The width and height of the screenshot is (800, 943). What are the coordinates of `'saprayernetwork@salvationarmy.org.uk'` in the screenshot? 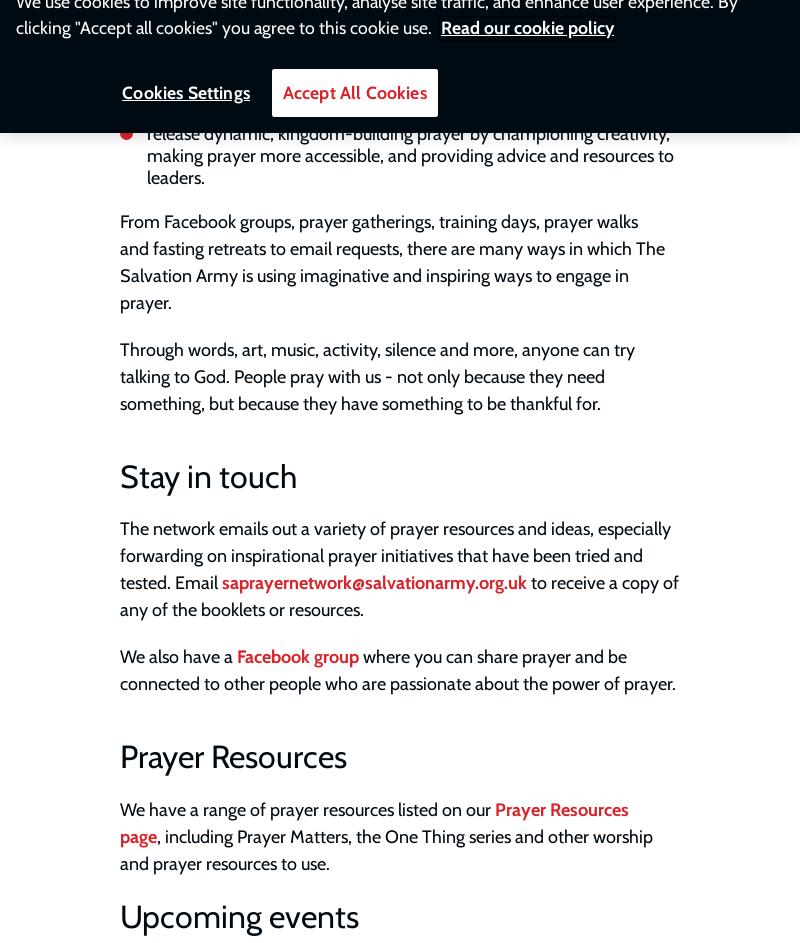 It's located at (222, 581).